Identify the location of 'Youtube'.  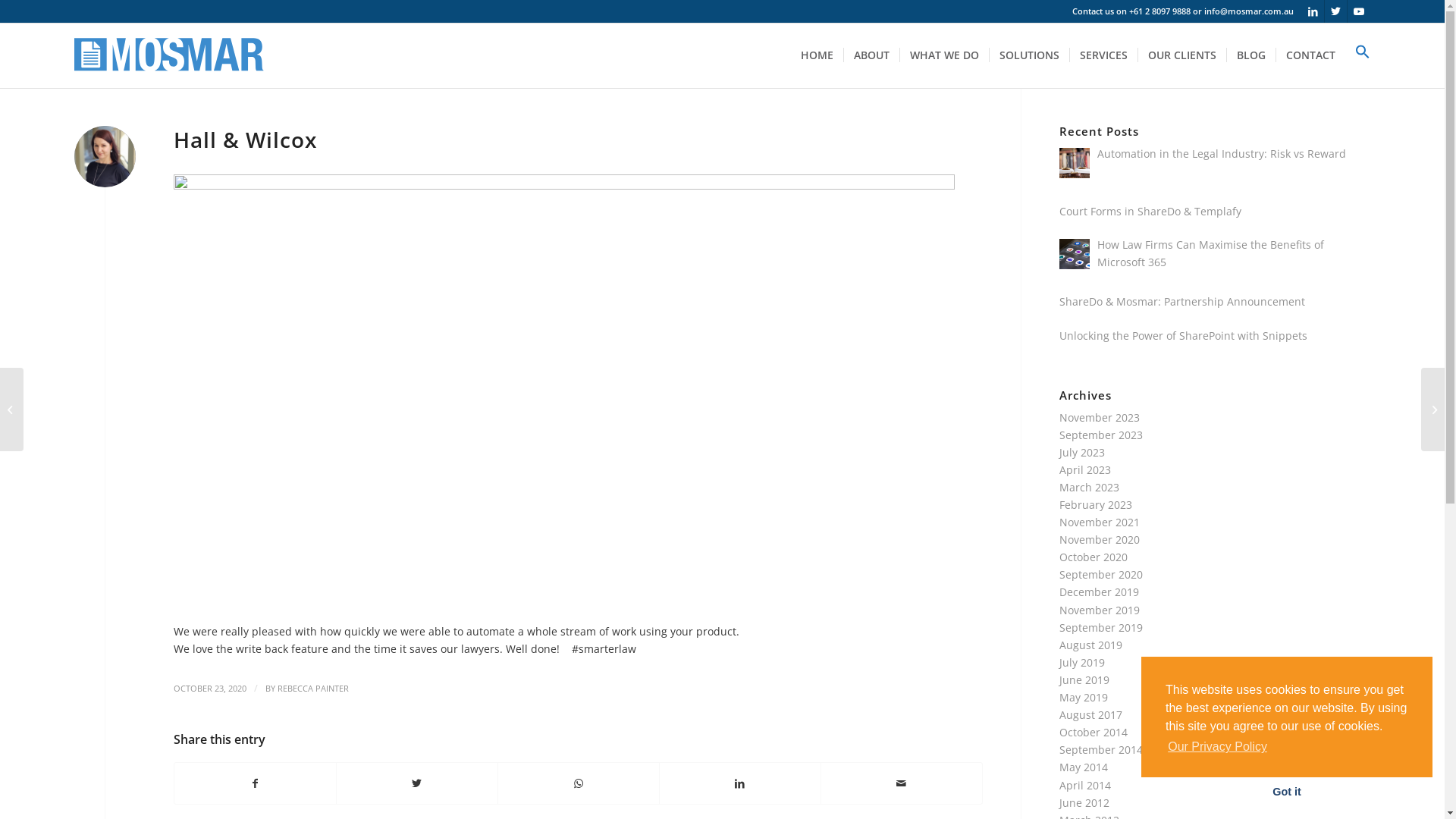
(1358, 11).